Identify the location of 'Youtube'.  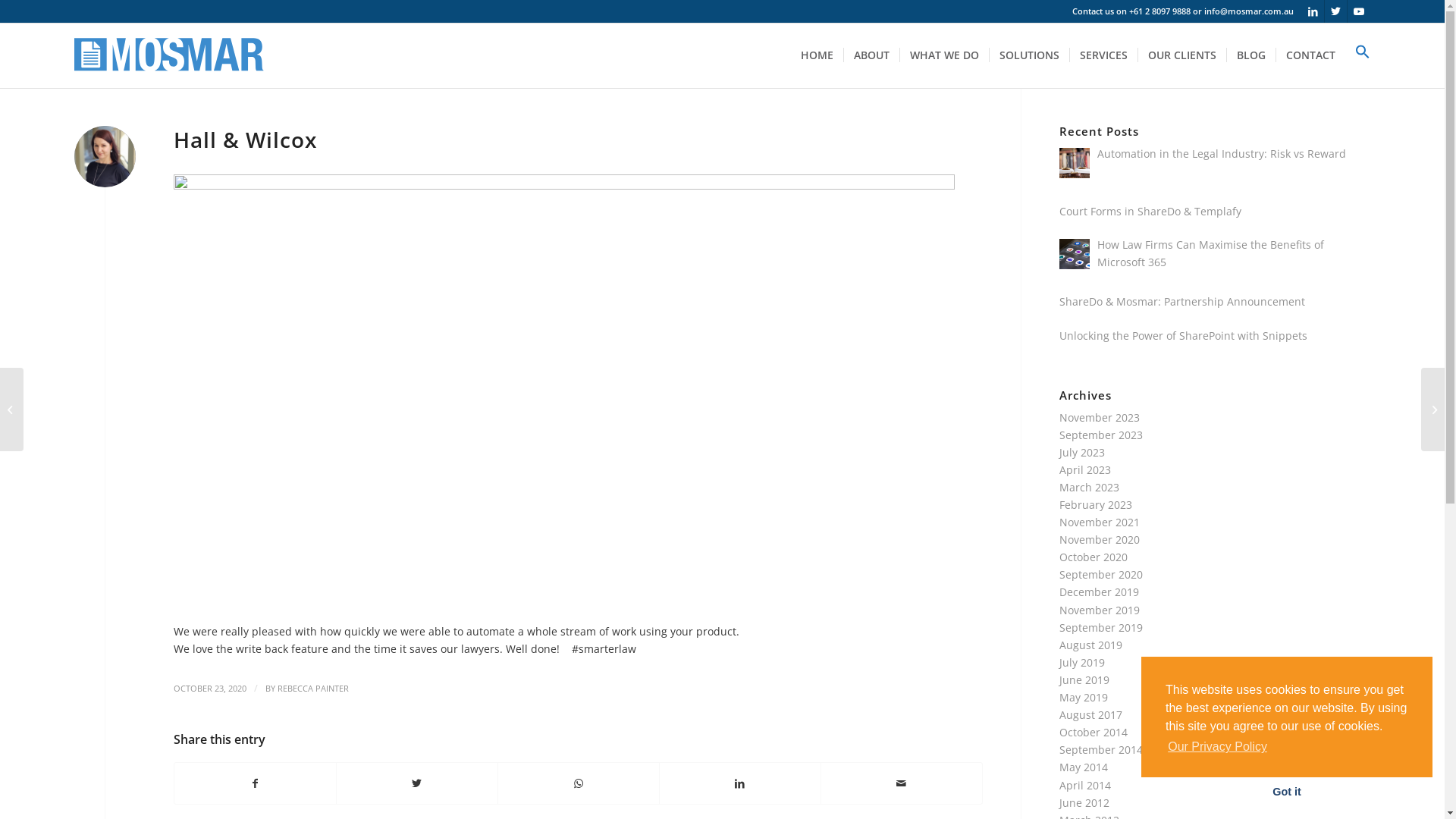
(1358, 11).